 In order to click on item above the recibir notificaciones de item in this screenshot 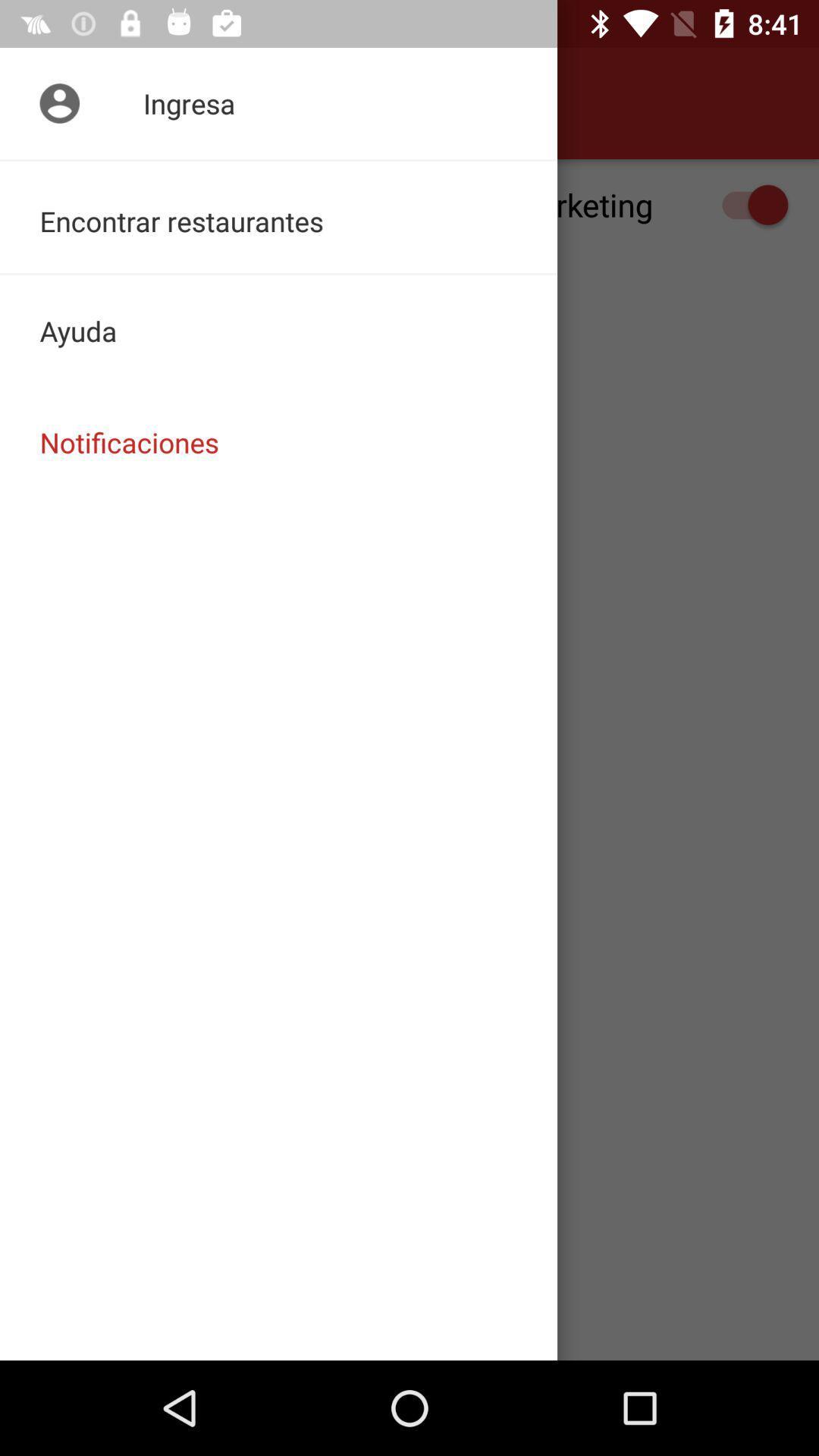, I will do `click(278, 102)`.